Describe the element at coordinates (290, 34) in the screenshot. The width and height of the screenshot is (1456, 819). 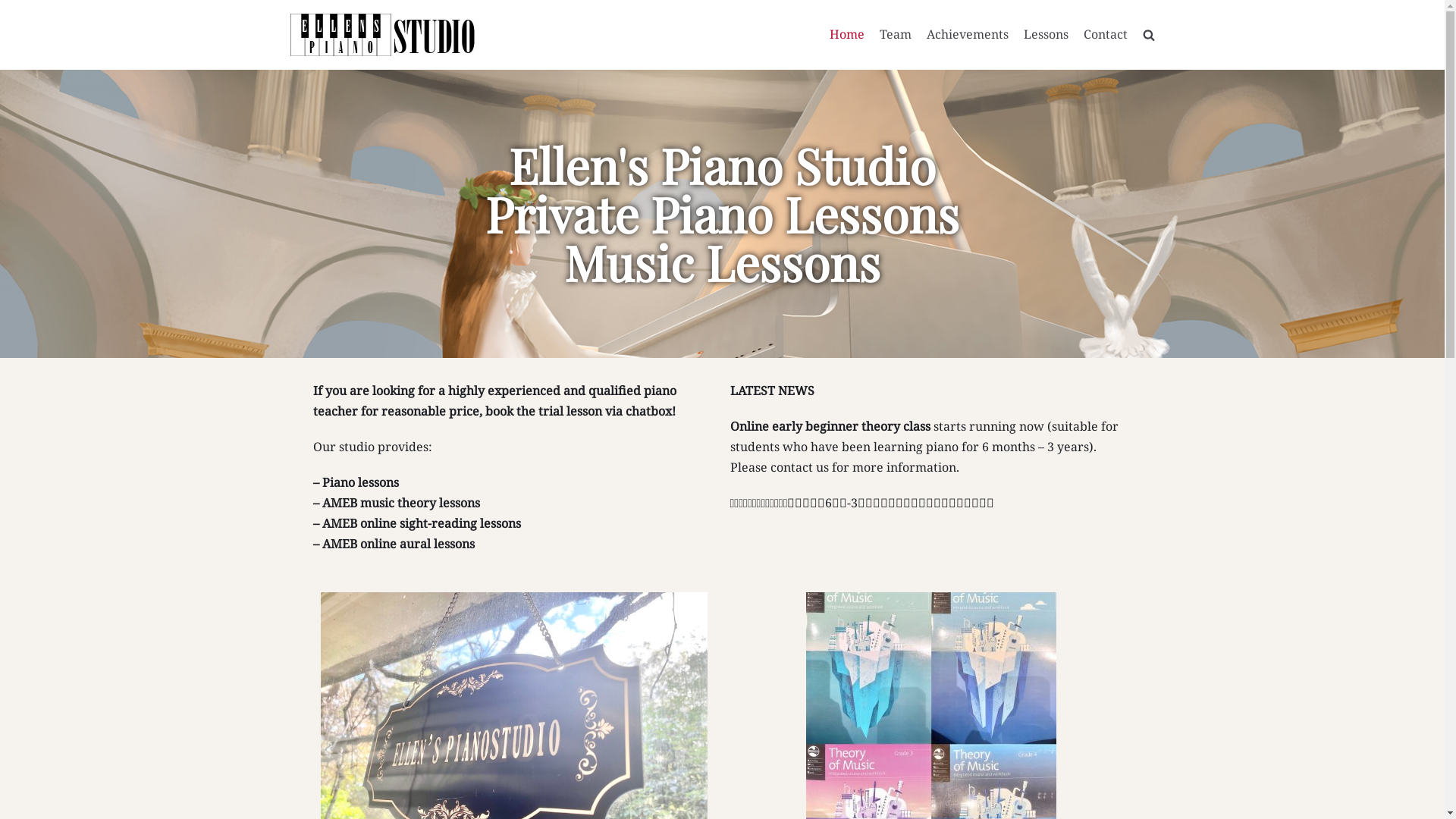
I see `'Ellens Piano Studio Sydney'` at that location.